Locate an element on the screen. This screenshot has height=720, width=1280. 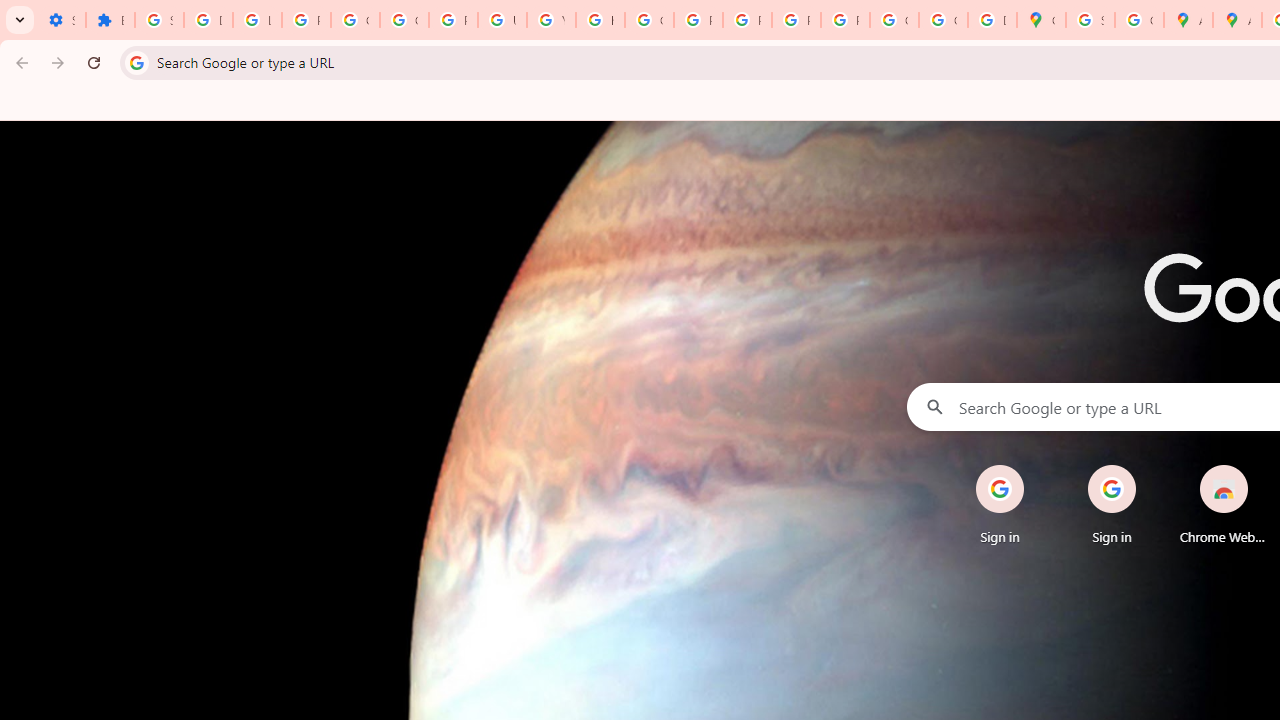
'YouTube' is located at coordinates (551, 20).